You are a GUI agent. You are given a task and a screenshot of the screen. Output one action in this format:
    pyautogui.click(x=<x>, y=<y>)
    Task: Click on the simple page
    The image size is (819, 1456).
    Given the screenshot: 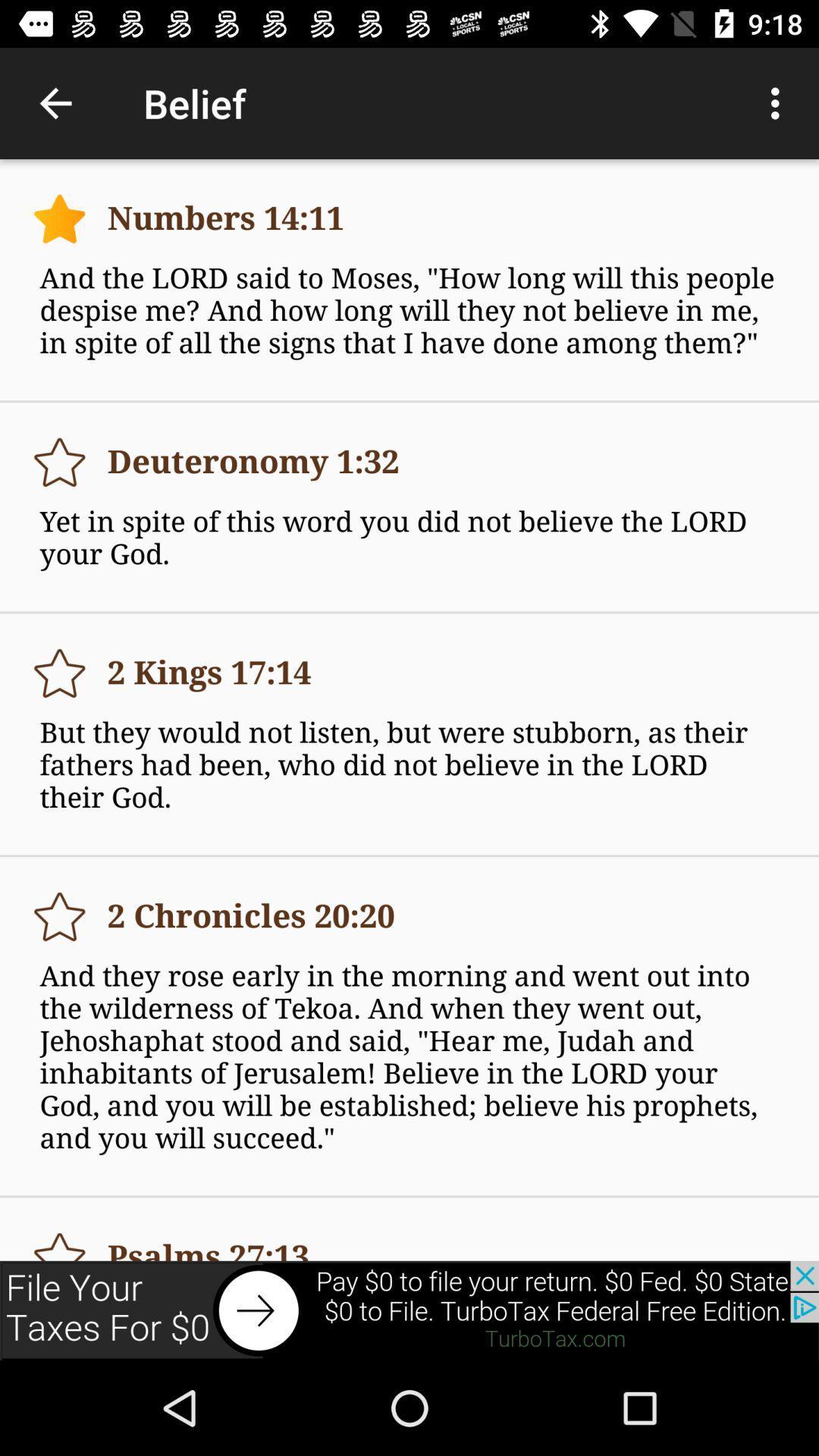 What is the action you would take?
    pyautogui.click(x=58, y=218)
    